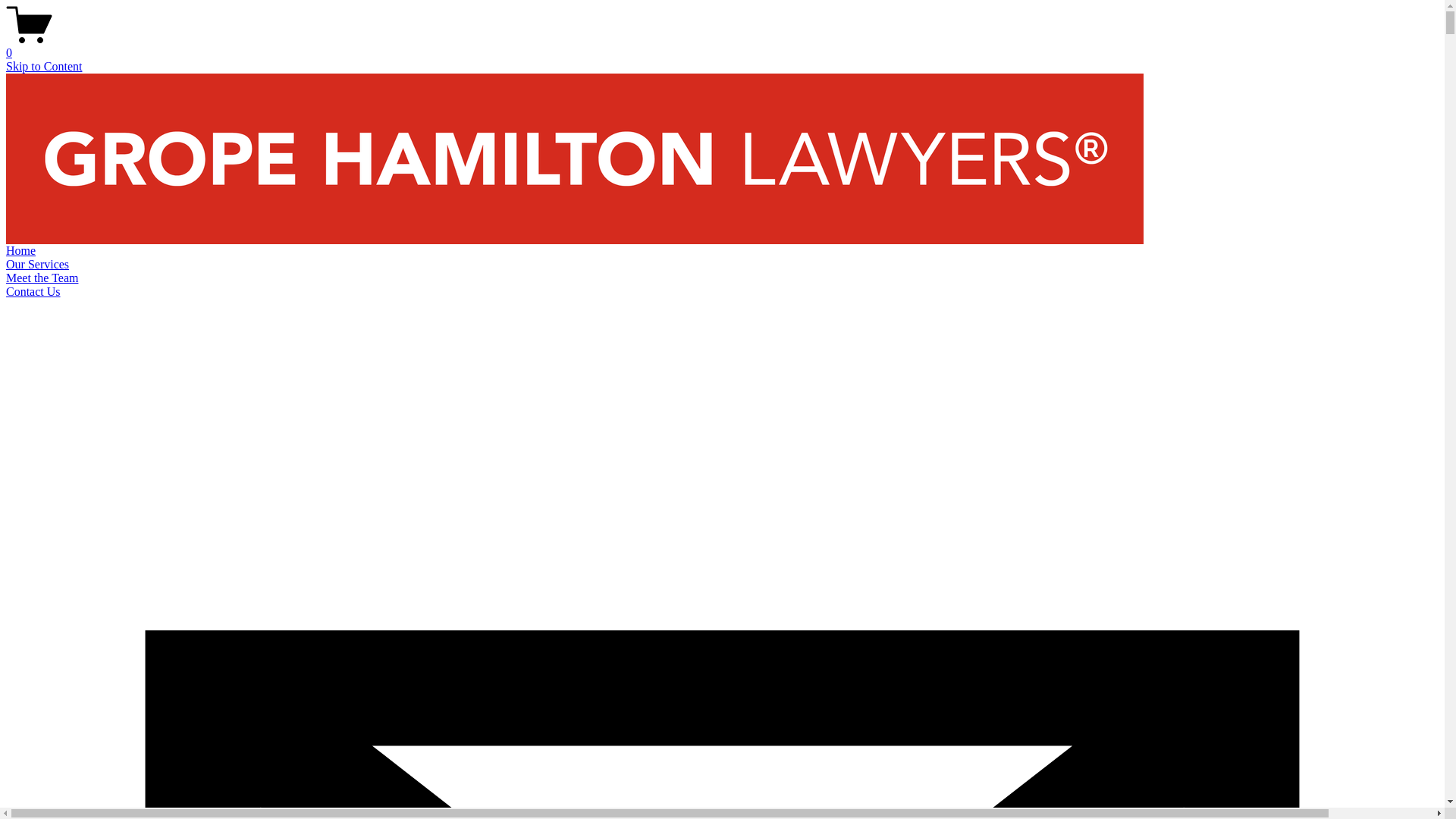 This screenshot has width=1456, height=819. I want to click on 'Our Services', so click(37, 263).